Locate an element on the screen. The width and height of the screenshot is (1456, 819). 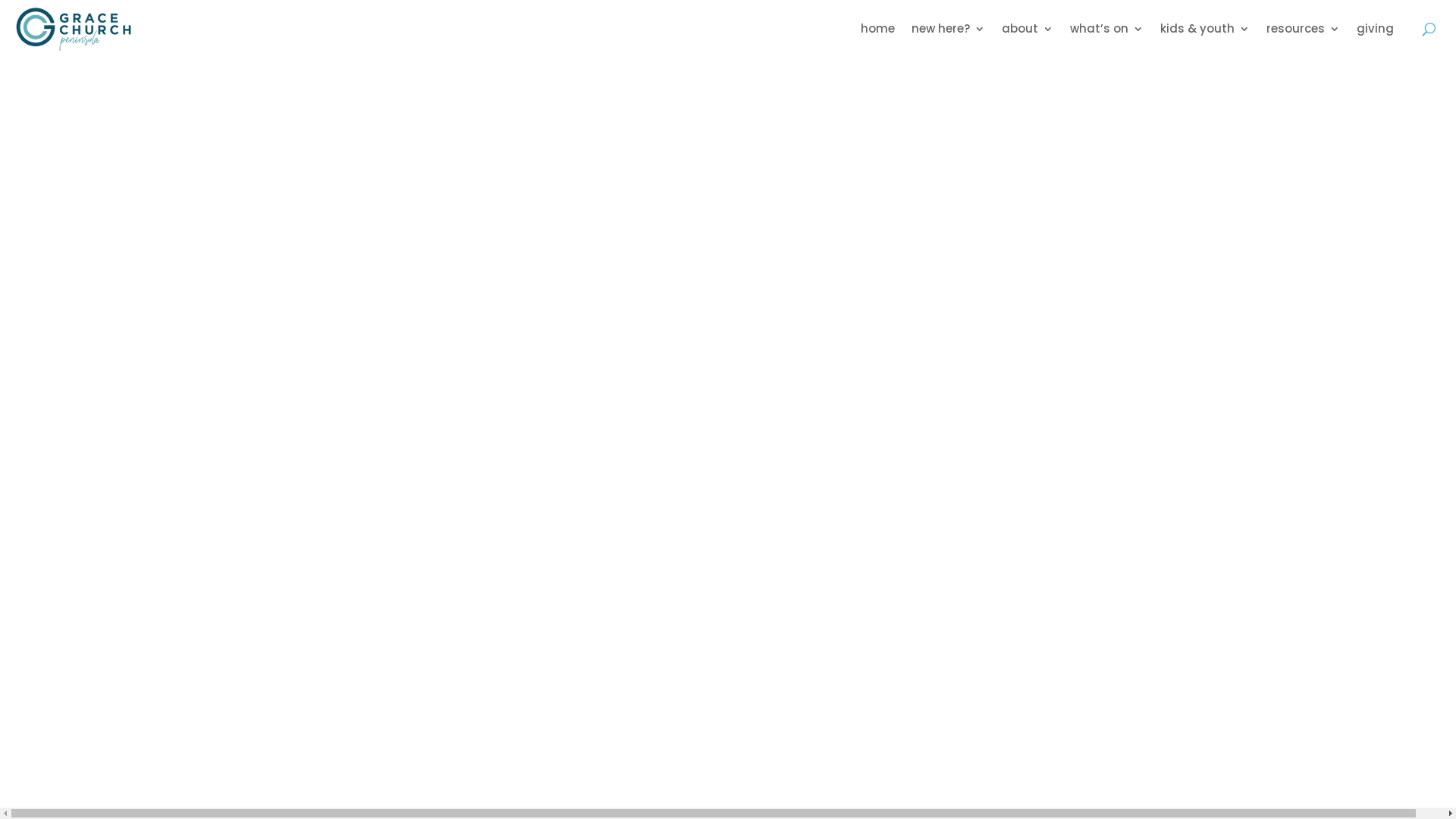
'new here?' is located at coordinates (947, 29).